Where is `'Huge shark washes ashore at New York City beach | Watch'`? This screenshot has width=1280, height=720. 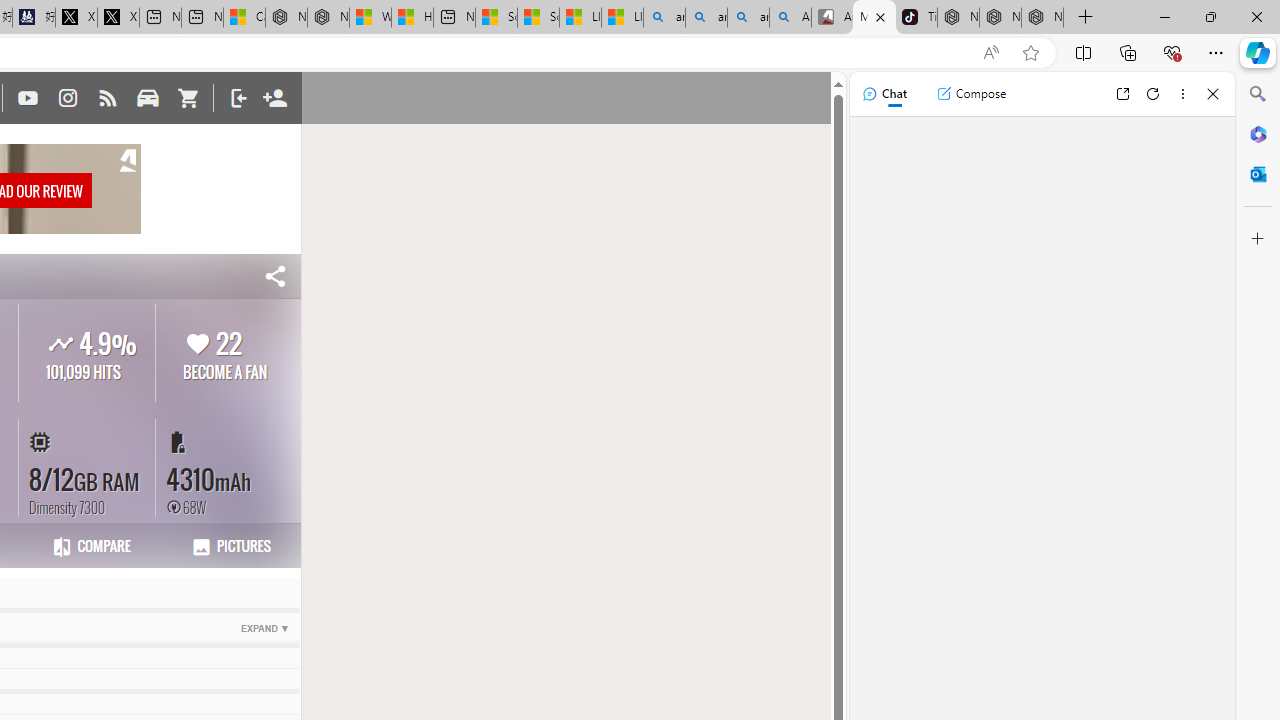 'Huge shark washes ashore at New York City beach | Watch' is located at coordinates (411, 17).